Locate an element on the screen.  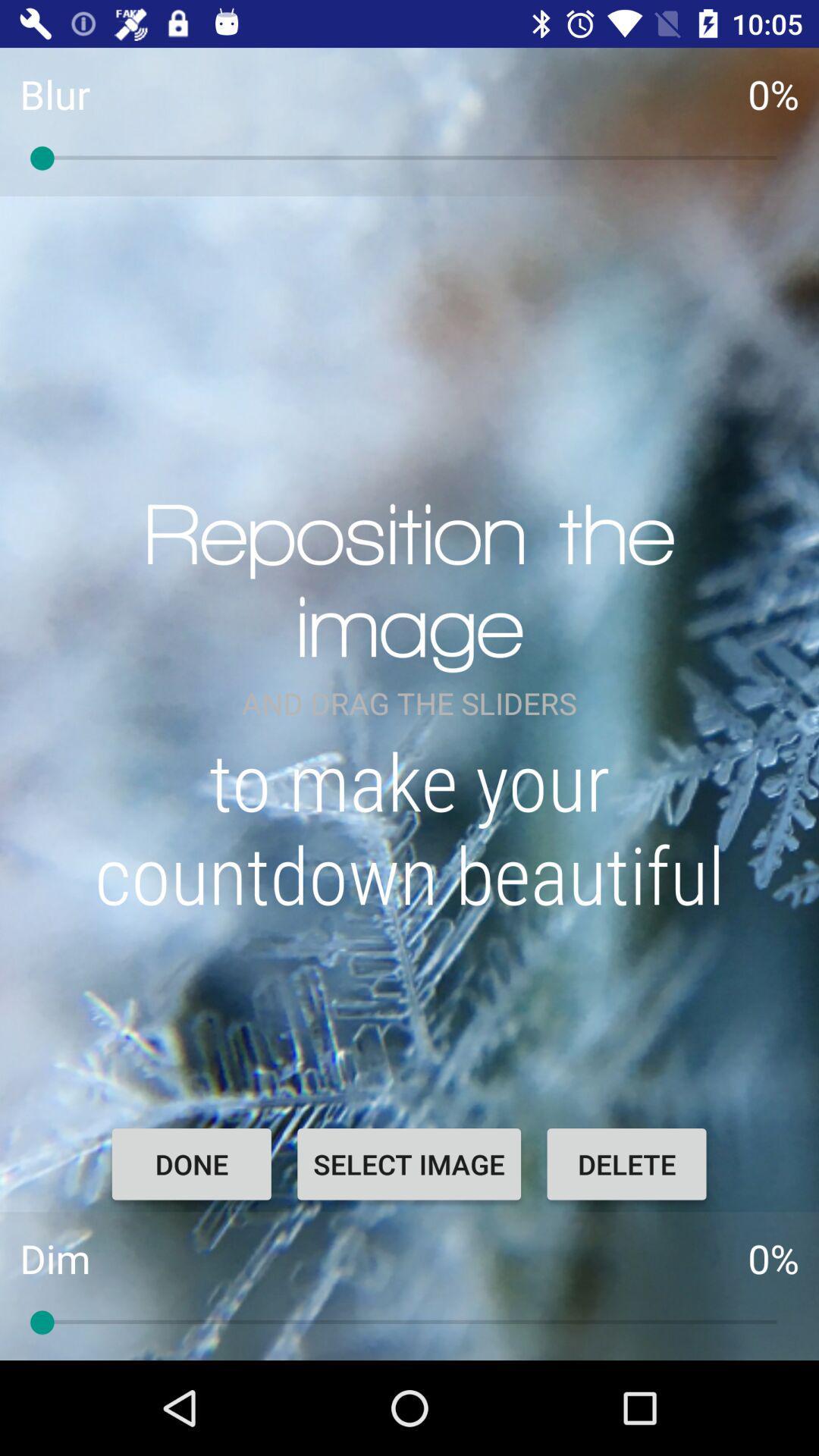
the done item is located at coordinates (190, 1163).